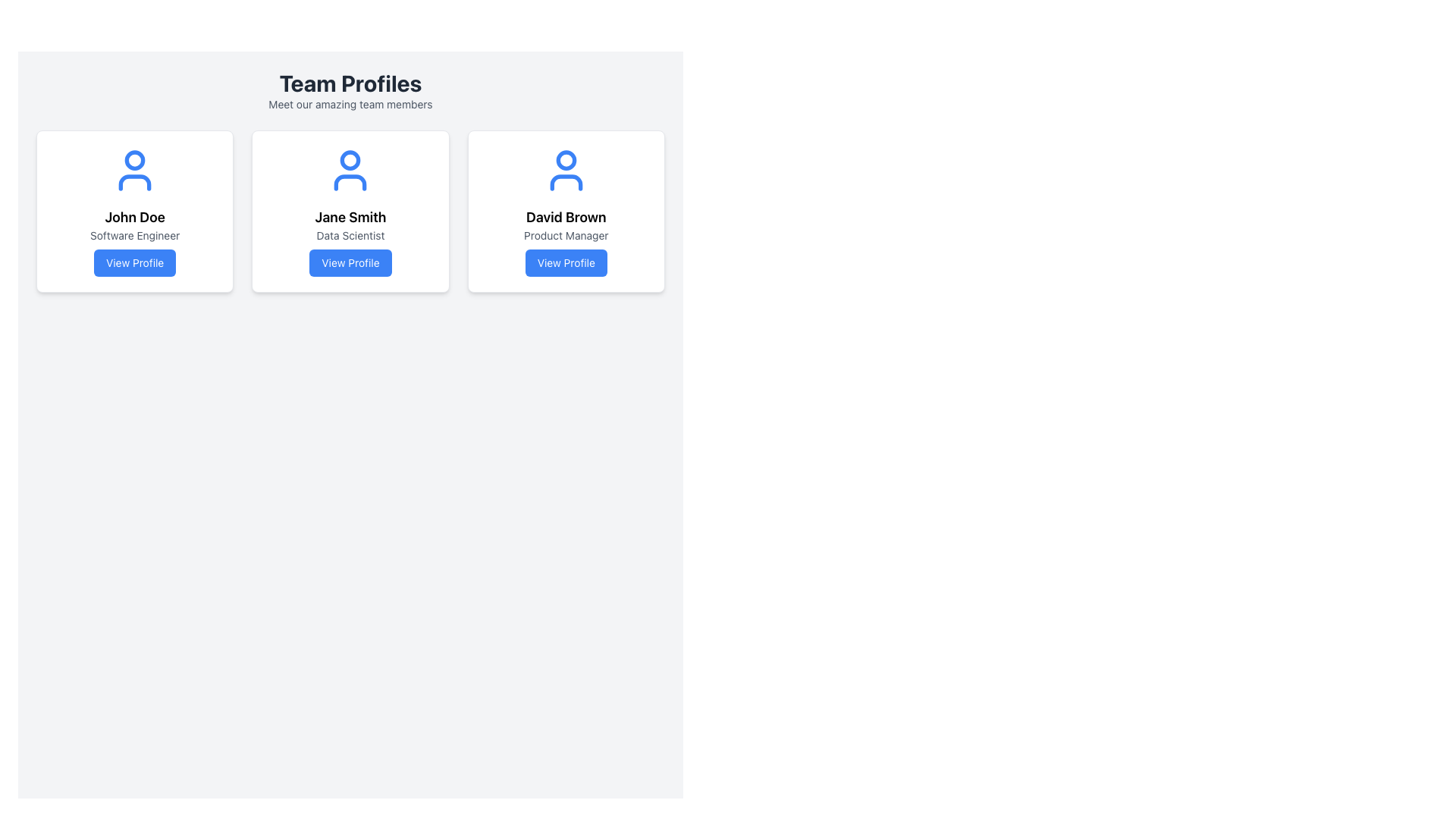  What do you see at coordinates (350, 160) in the screenshot?
I see `the decorative circle within the SVG graphic that represents the person icon for 'Jane Smith', the second profile card from the left` at bounding box center [350, 160].